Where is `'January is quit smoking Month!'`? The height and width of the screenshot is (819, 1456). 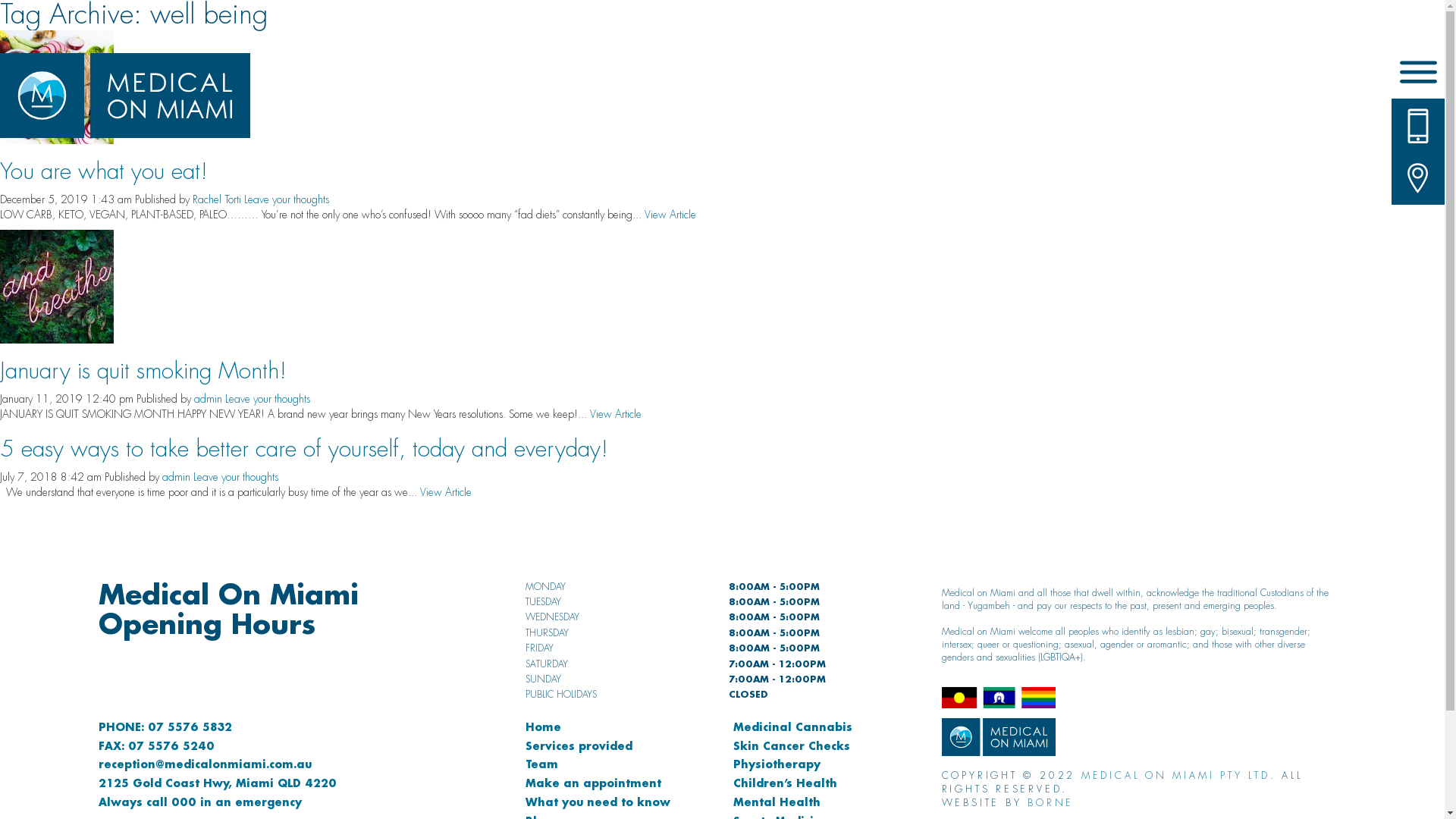
'January is quit smoking Month!' is located at coordinates (143, 371).